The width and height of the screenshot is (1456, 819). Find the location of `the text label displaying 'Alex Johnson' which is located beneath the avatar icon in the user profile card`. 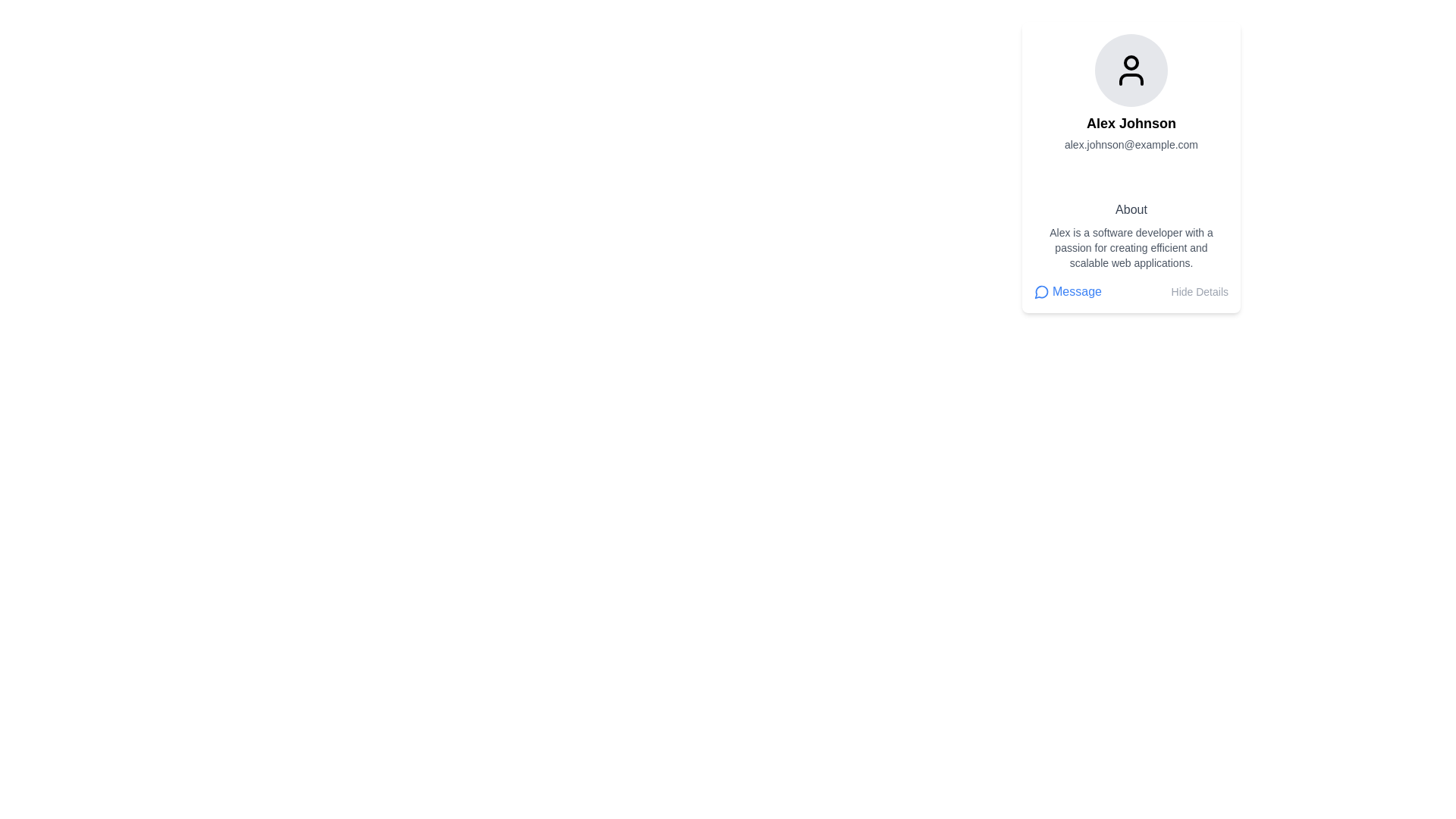

the text label displaying 'Alex Johnson' which is located beneath the avatar icon in the user profile card is located at coordinates (1131, 122).